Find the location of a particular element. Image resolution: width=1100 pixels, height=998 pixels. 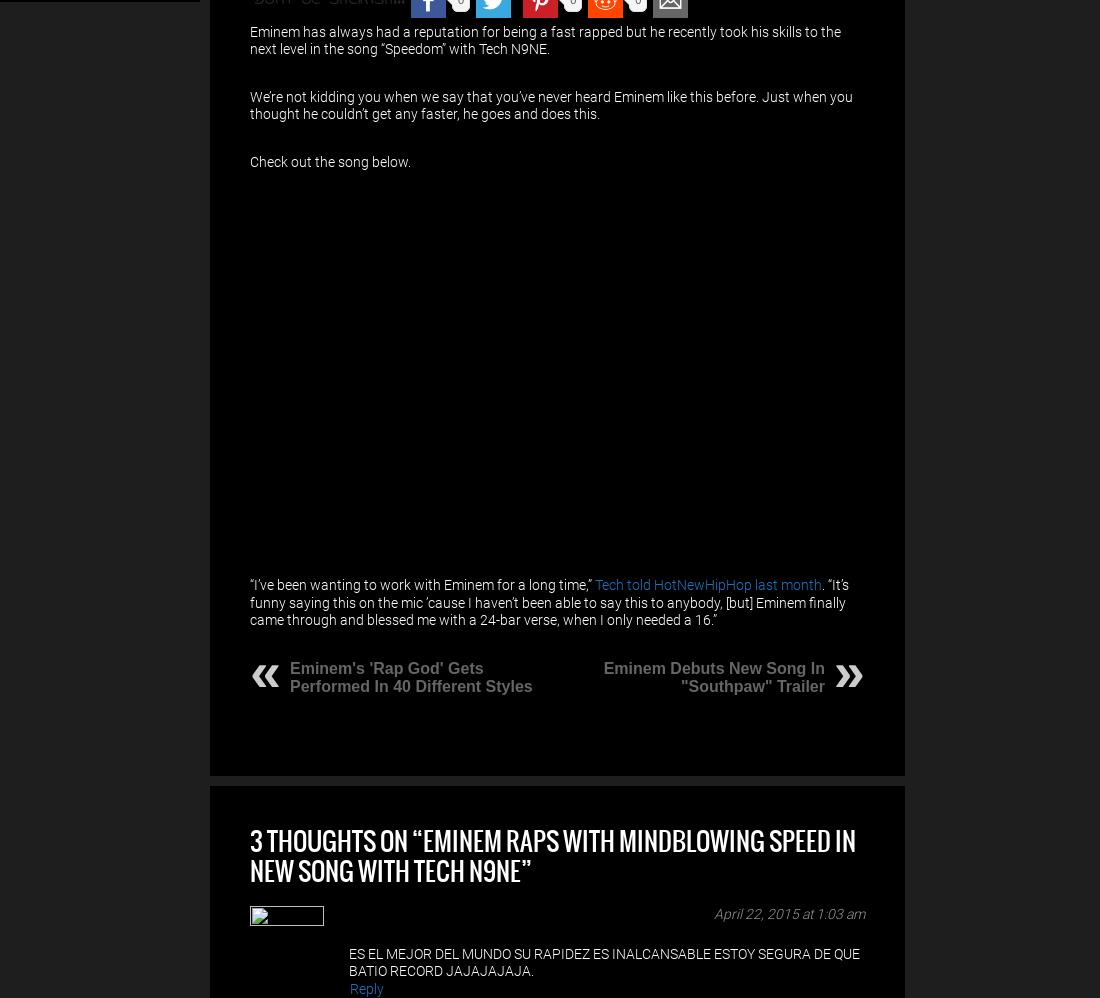

'Tech told HotNewHipHop last month' is located at coordinates (707, 584).